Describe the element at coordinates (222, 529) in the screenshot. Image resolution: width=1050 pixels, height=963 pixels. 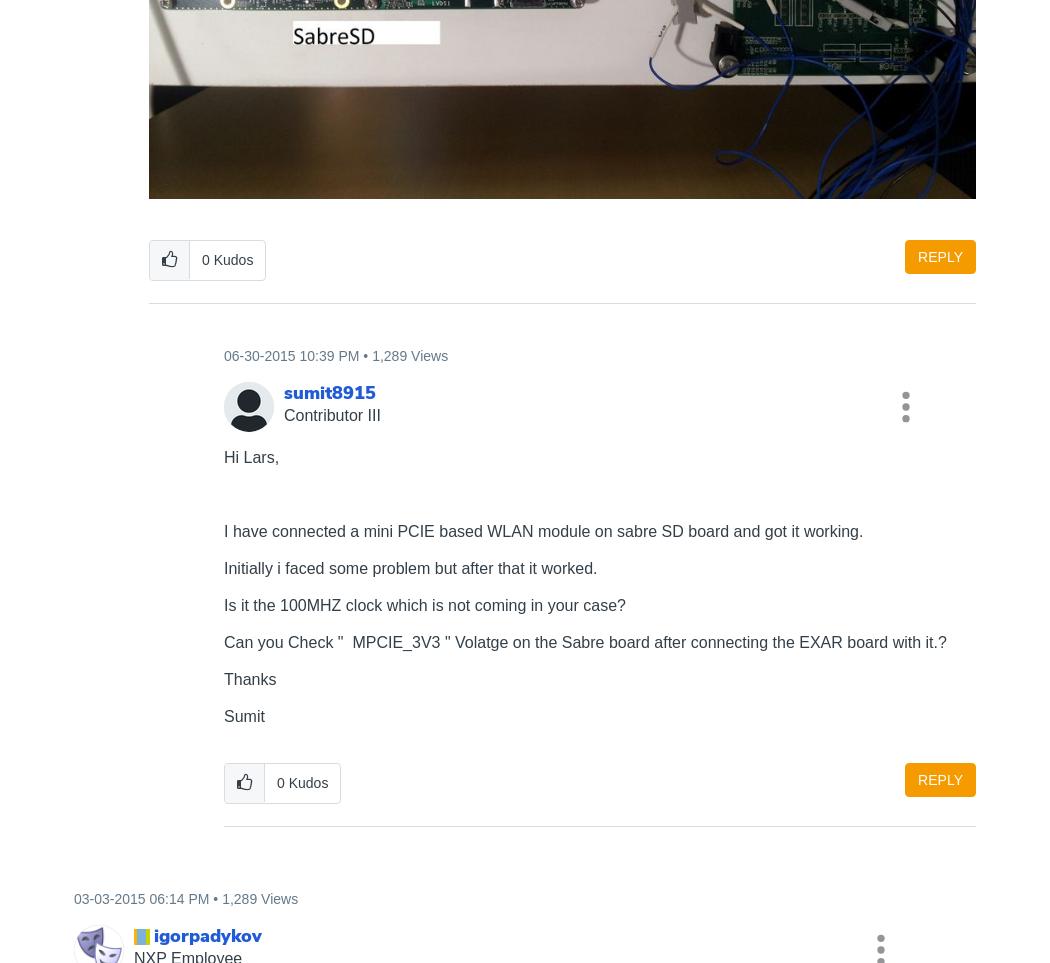
I see `'I have connected a mini PCIE based WLAN module on sabre SD board and got it working.'` at that location.